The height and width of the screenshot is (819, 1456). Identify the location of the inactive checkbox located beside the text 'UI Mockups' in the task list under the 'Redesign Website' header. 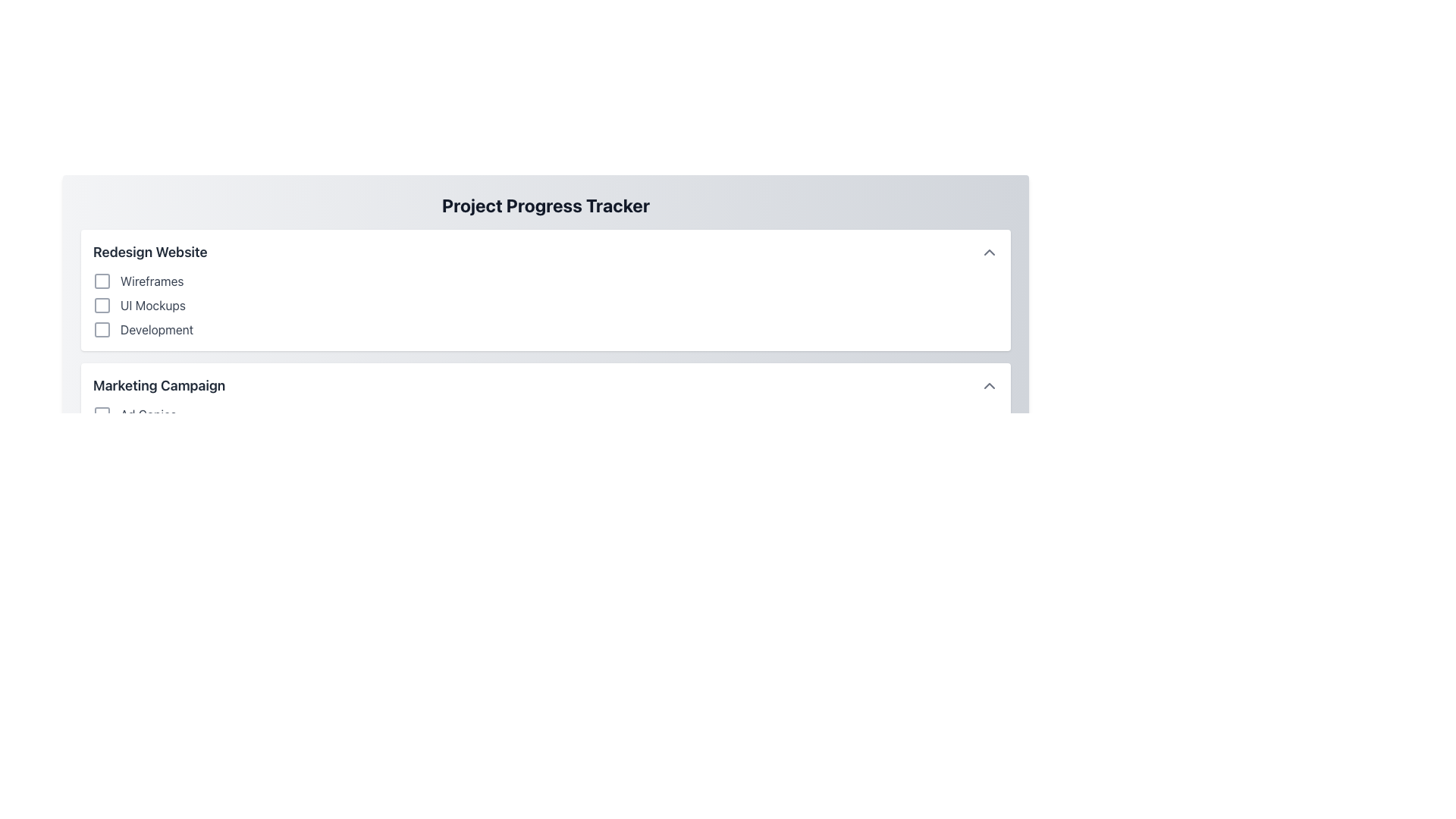
(101, 305).